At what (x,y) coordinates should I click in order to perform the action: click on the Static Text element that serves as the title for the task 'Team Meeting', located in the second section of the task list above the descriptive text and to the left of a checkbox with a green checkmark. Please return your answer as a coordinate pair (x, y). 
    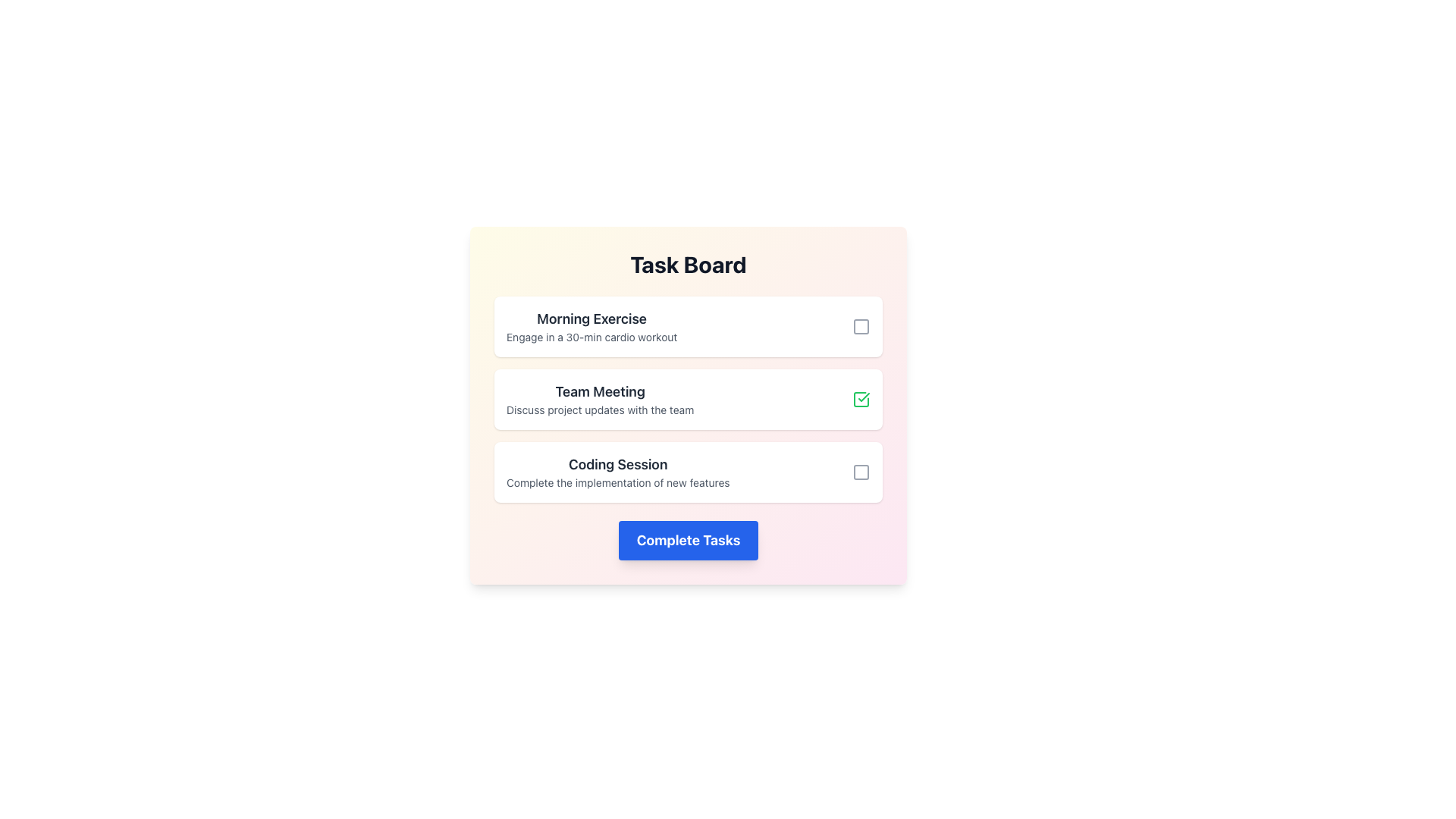
    Looking at the image, I should click on (599, 391).